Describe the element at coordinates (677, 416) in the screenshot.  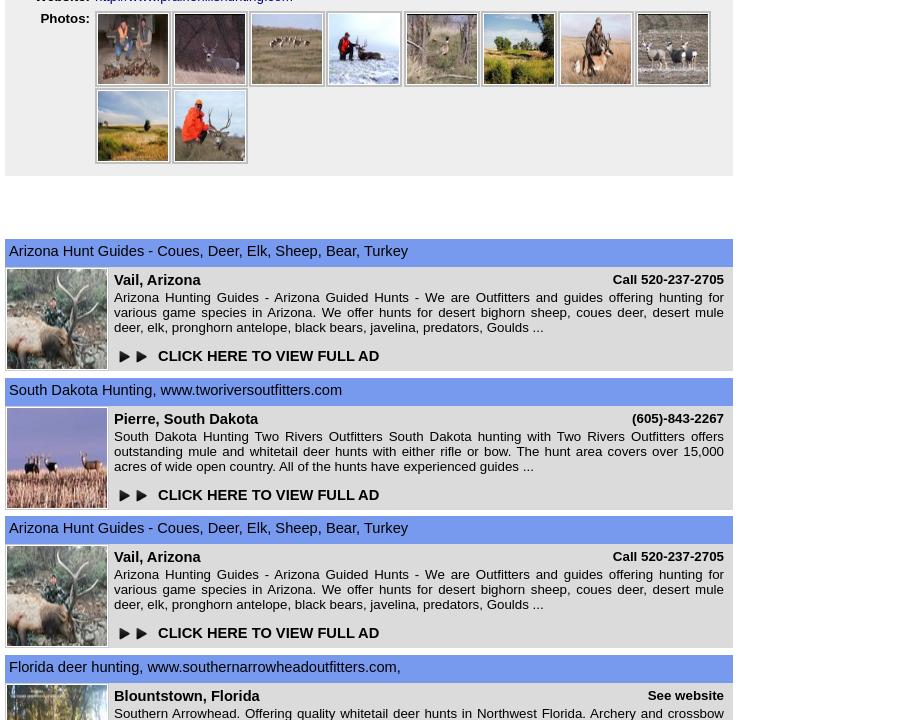
I see `'(605)-843-2267'` at that location.